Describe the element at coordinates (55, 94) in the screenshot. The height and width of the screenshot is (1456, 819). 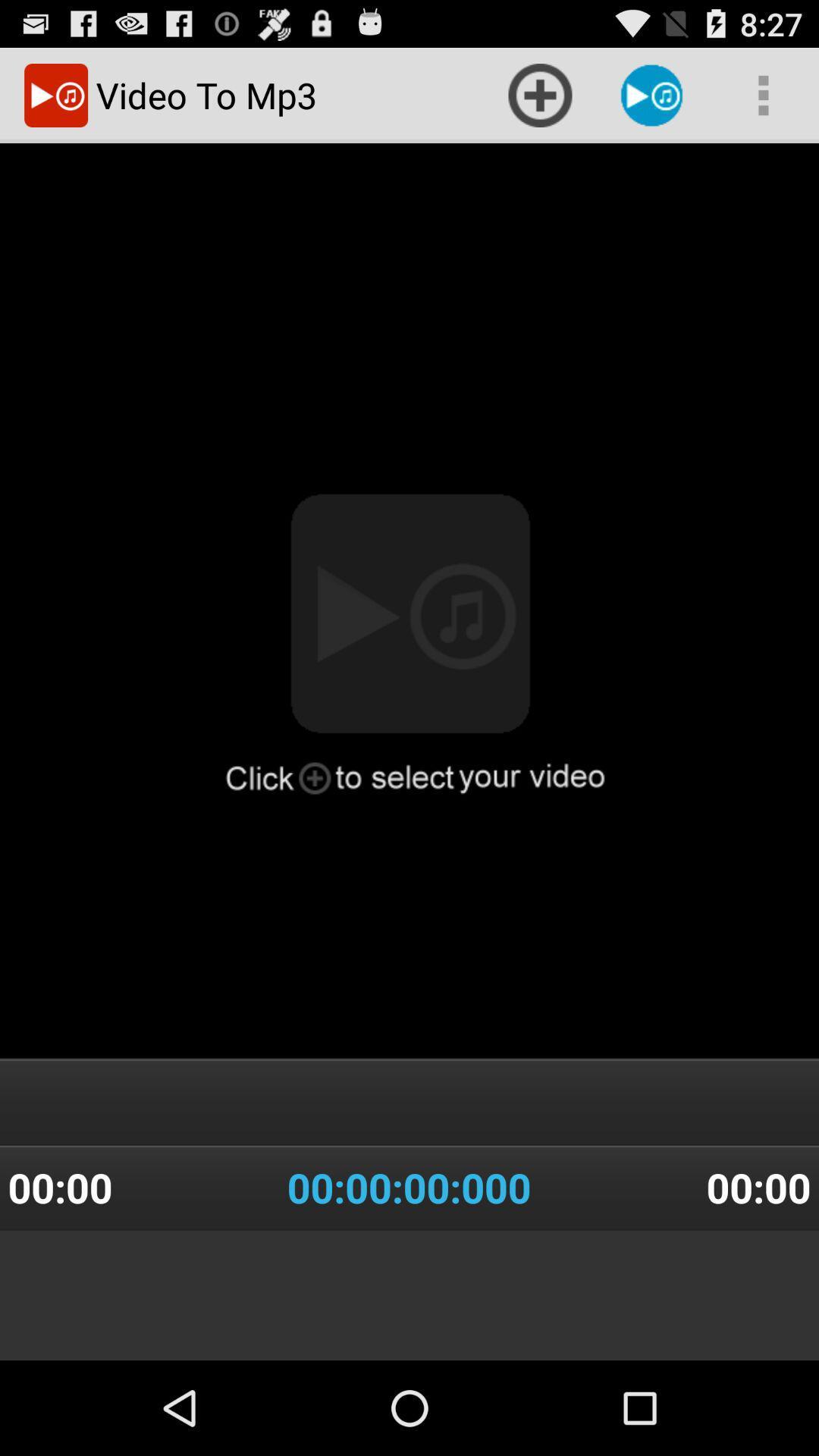
I see `symbol left to video to mp3` at that location.